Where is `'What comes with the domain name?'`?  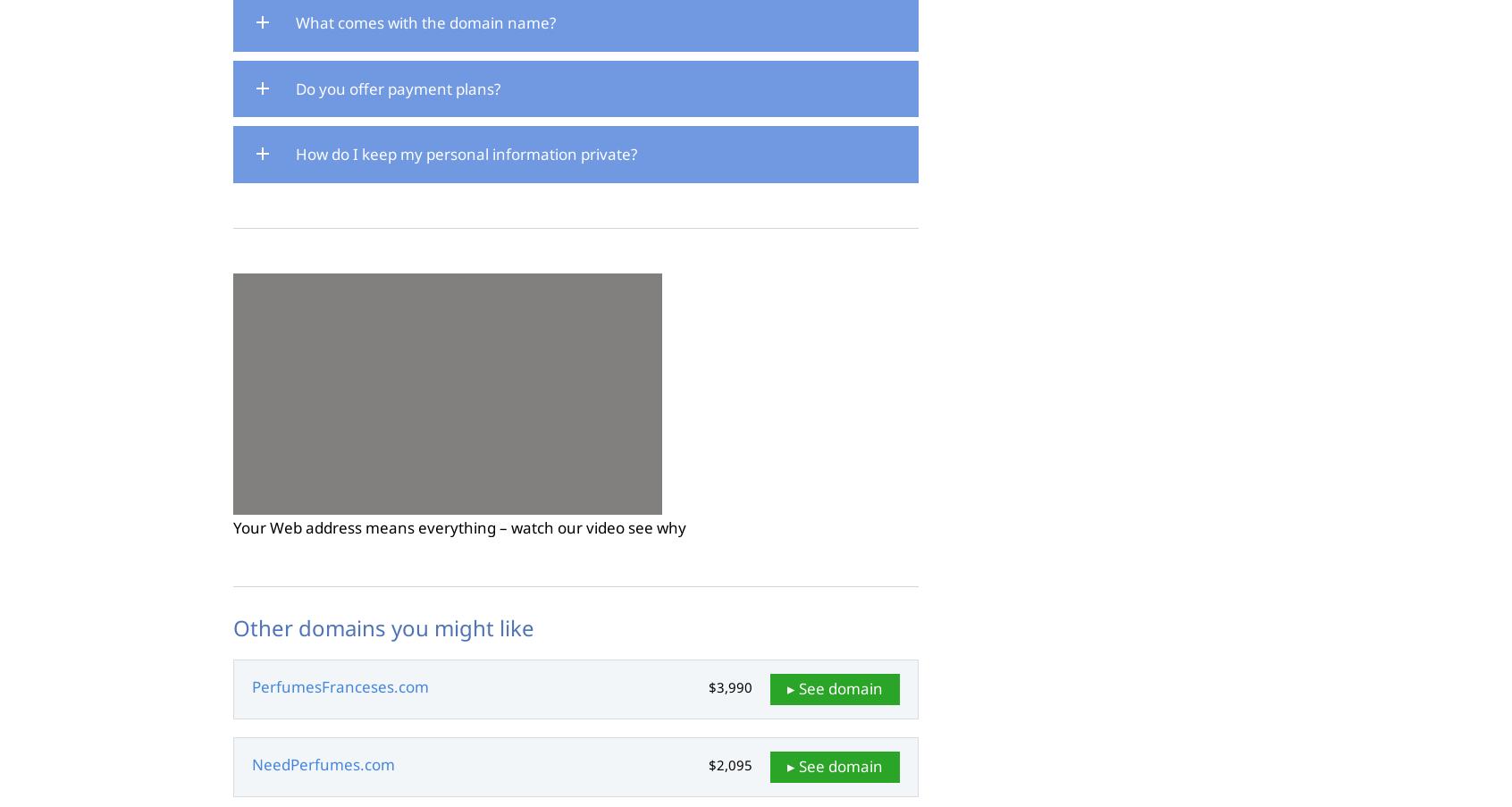 'What comes with the domain name?' is located at coordinates (424, 21).